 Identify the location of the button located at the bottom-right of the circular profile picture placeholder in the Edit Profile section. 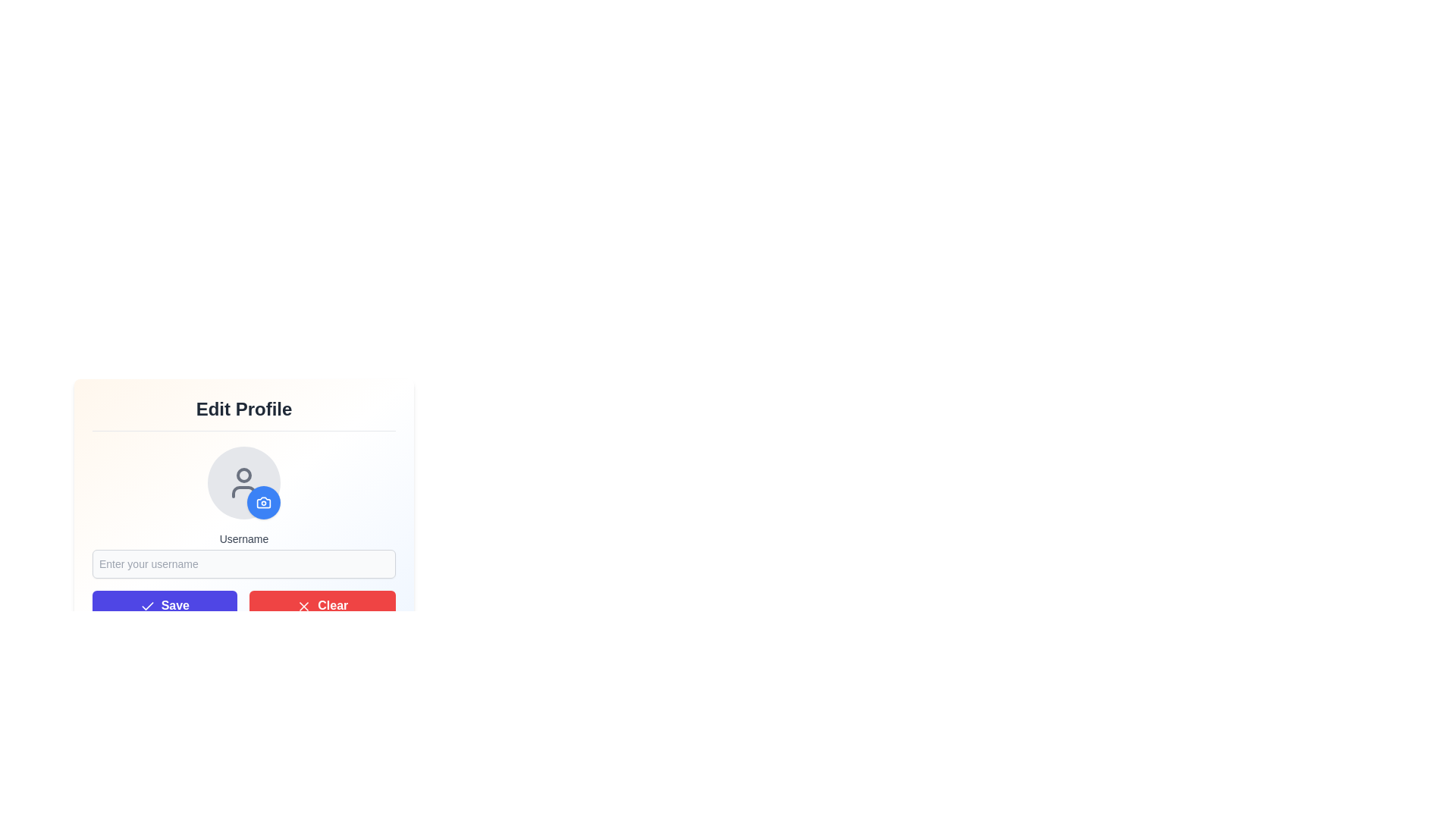
(263, 503).